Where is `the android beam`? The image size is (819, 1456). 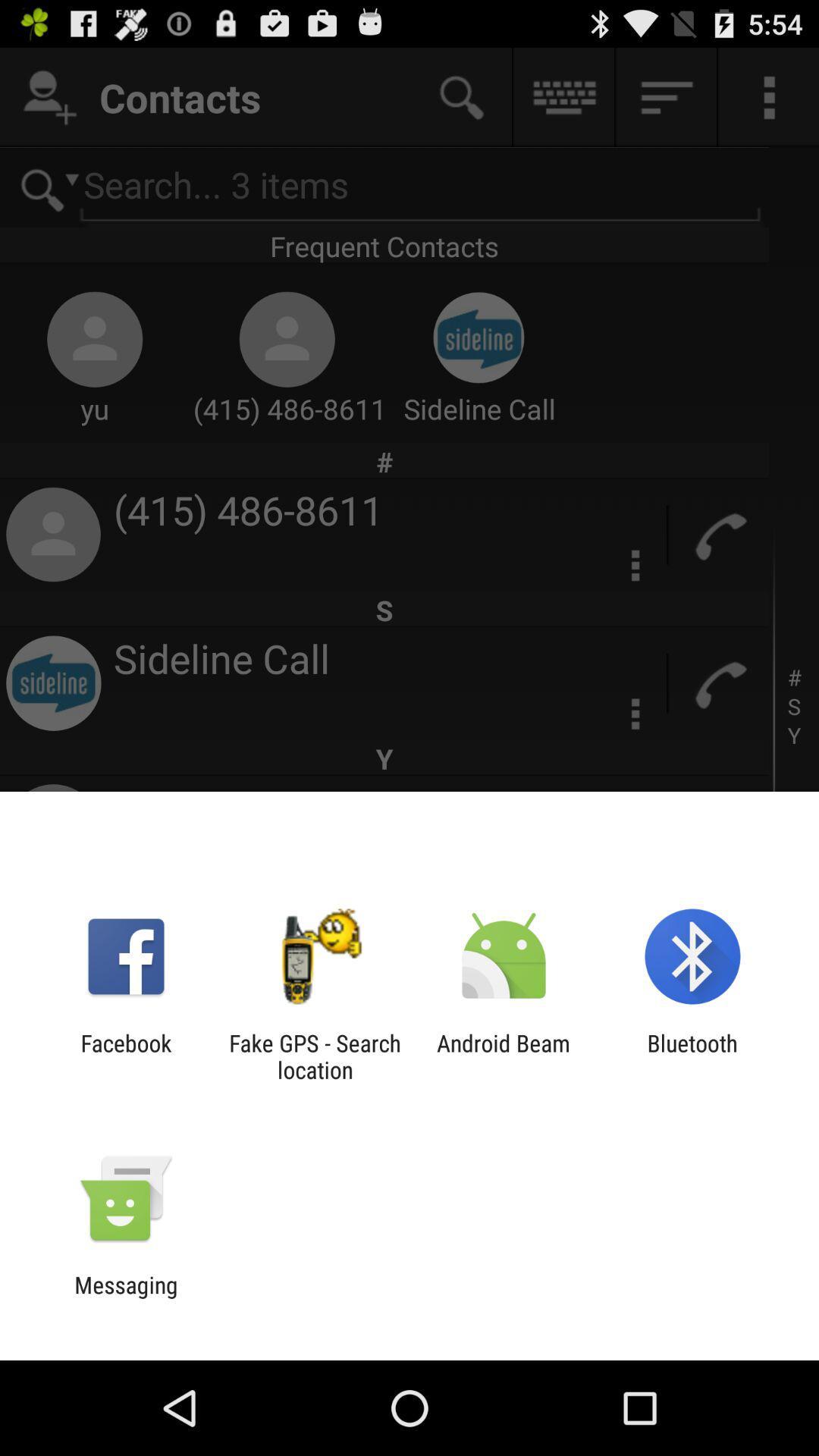 the android beam is located at coordinates (504, 1056).